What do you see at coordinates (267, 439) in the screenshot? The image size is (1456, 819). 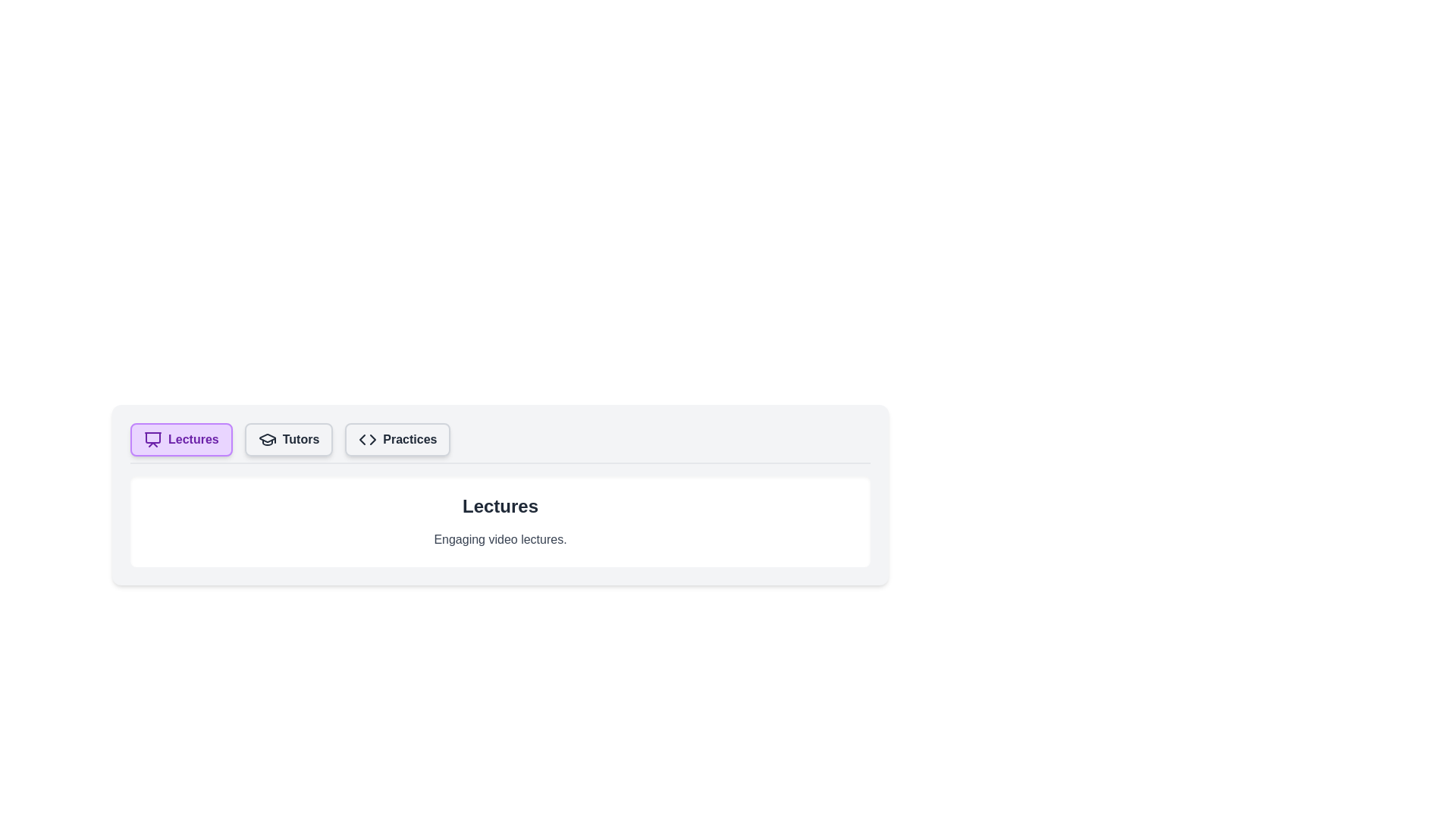 I see `the education icon within the 'Tutors' button located on the navigation panel, which is positioned between the 'Lectures' and 'Practices' buttons` at bounding box center [267, 439].